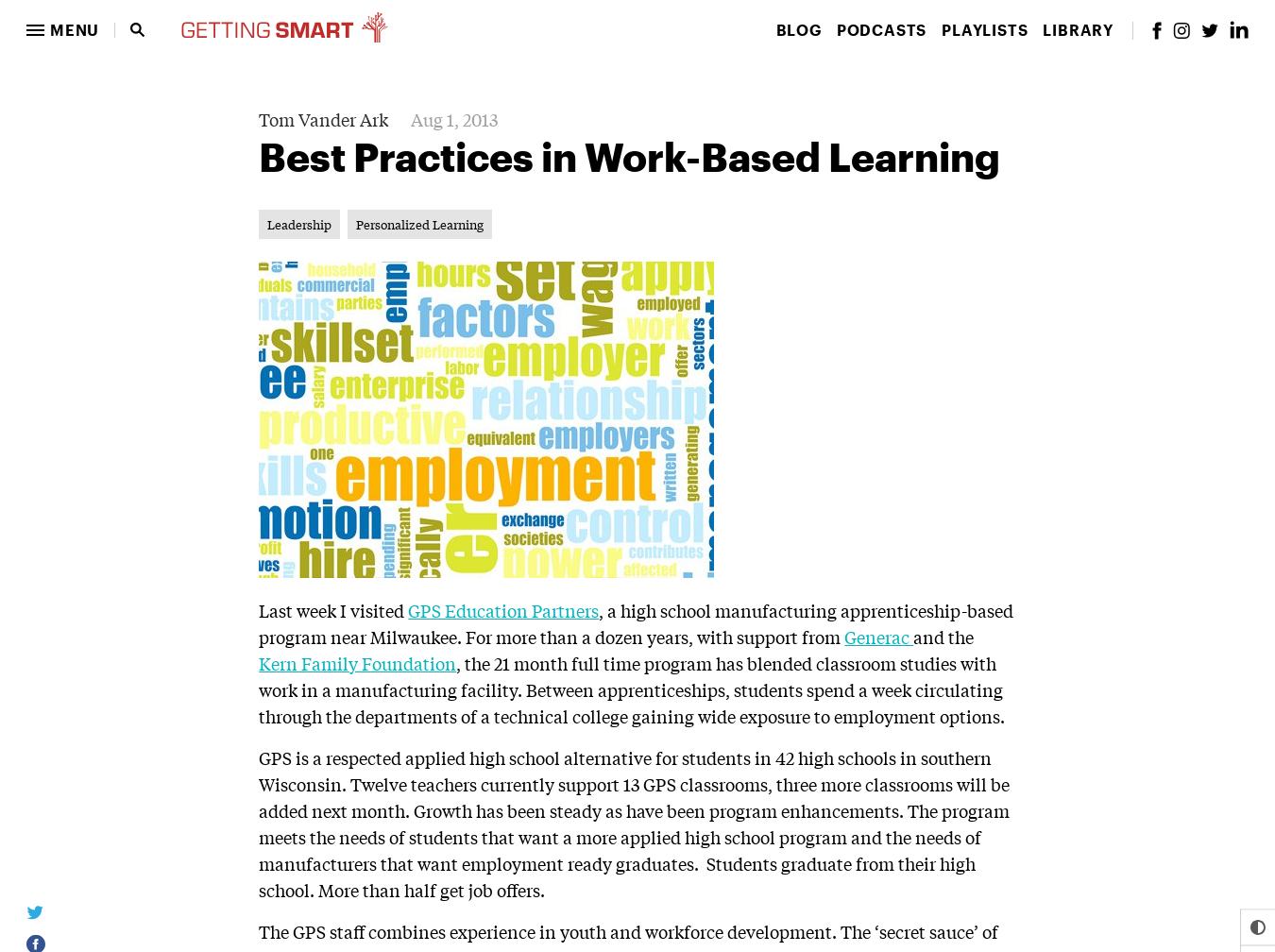 The height and width of the screenshot is (952, 1275). Describe the element at coordinates (879, 29) in the screenshot. I see `'Podcasts'` at that location.